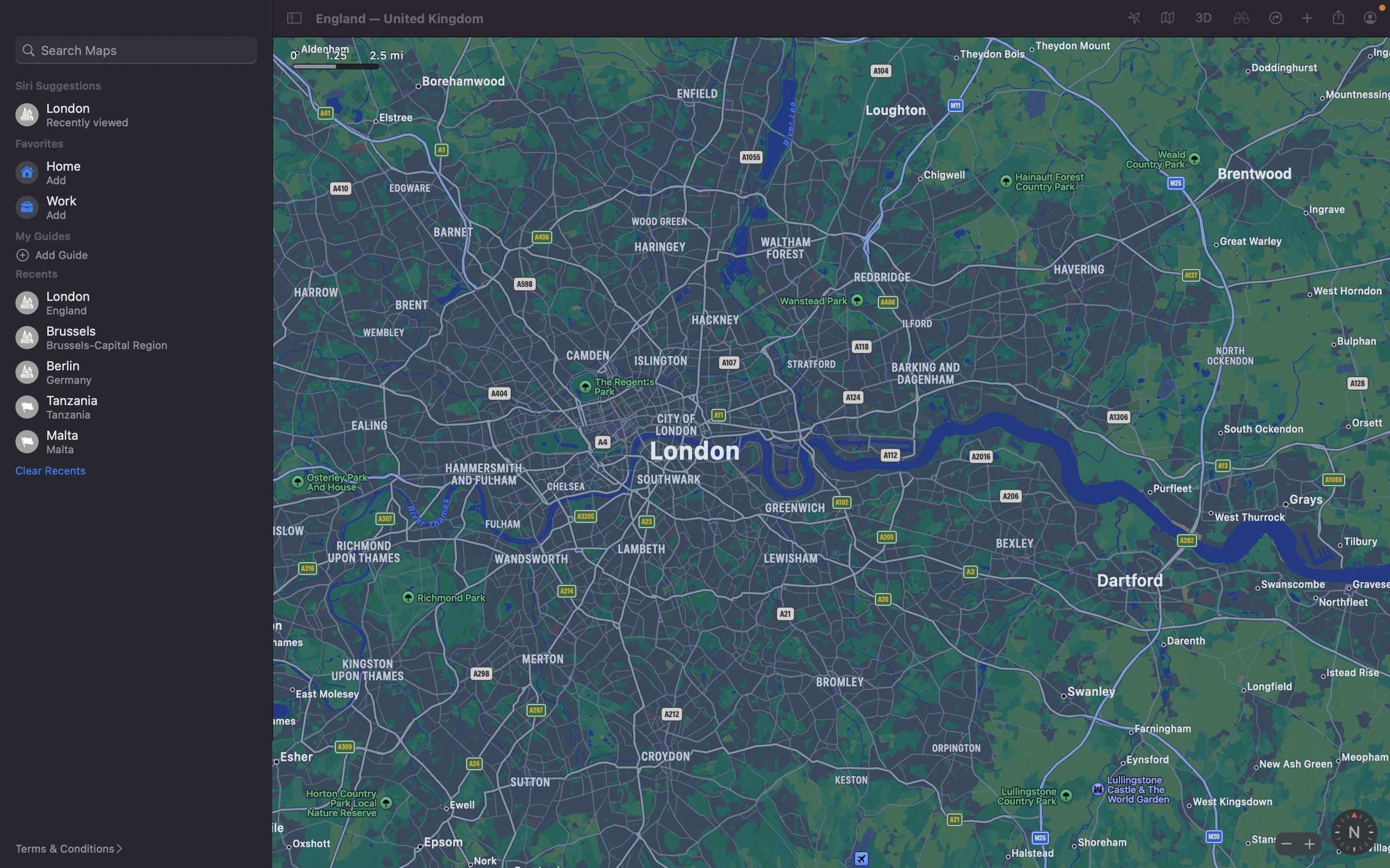 The image size is (1390, 868). Describe the element at coordinates (52, 470) in the screenshot. I see `Erase all recent activities and search for "tour London"` at that location.